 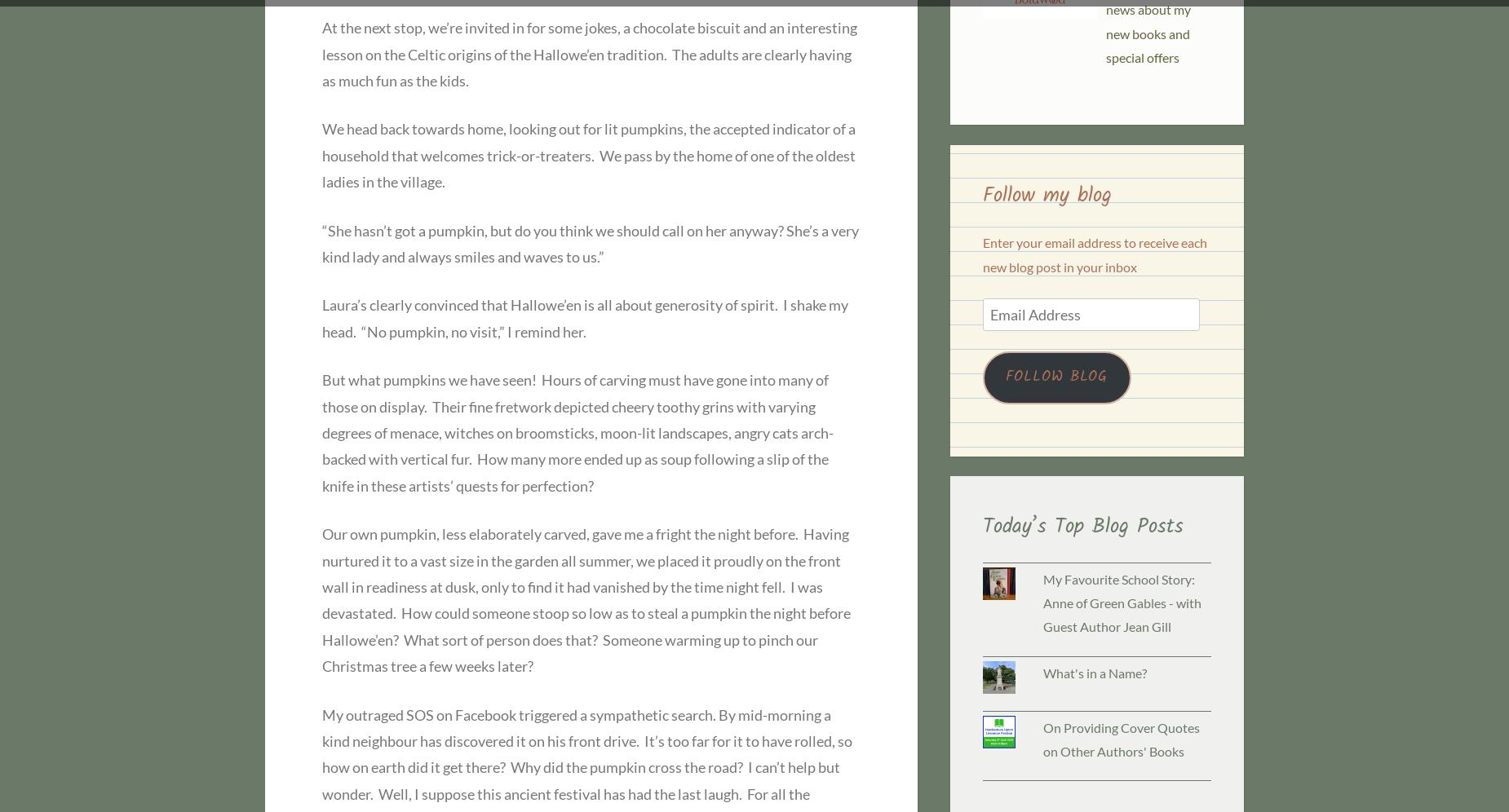 What do you see at coordinates (321, 242) in the screenshot?
I see `'“She hasn’t got a pumpkin, but do you think we should call on her anyway? She’s a very kind lady and always smiles and waves to us.”'` at bounding box center [321, 242].